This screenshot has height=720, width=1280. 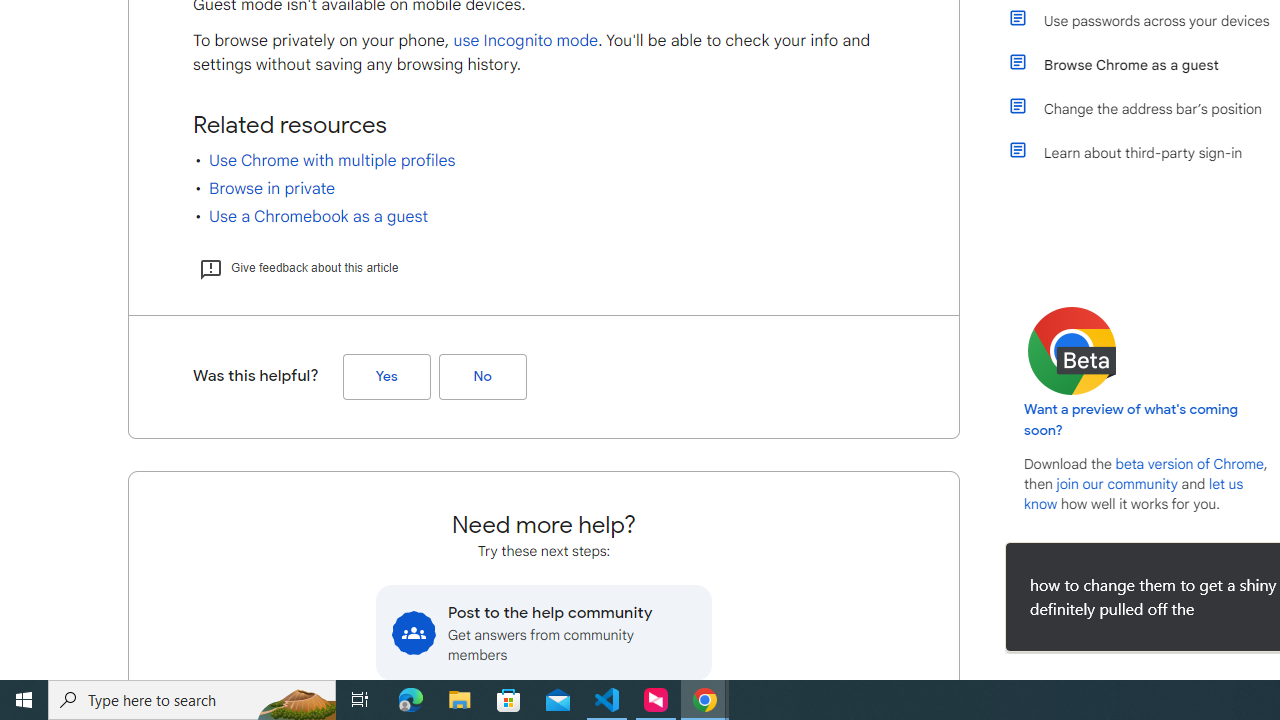 What do you see at coordinates (526, 41) in the screenshot?
I see `'use Incognito mode'` at bounding box center [526, 41].